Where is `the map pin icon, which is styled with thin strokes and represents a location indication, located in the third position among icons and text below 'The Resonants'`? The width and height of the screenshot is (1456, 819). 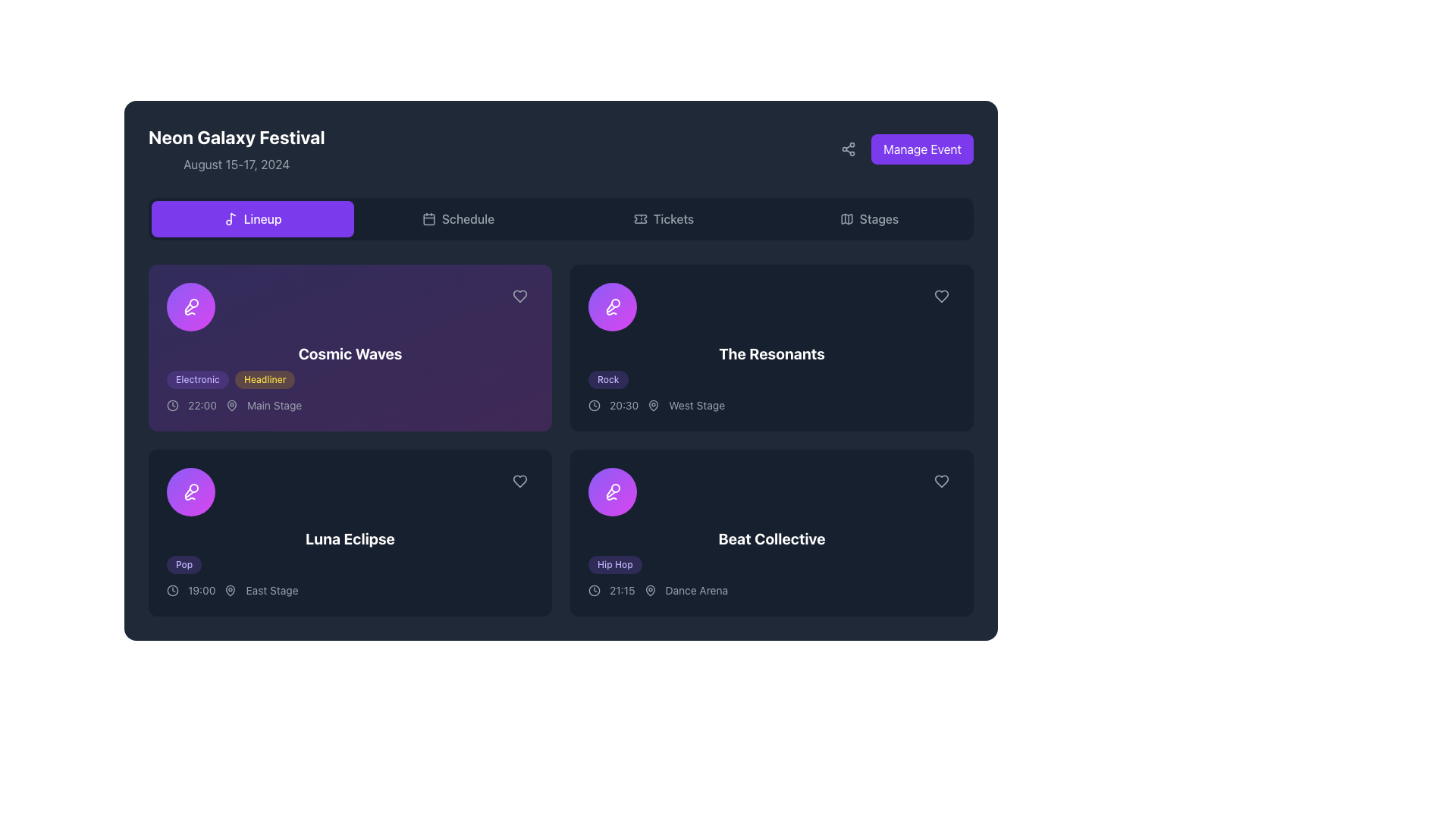
the map pin icon, which is styled with thin strokes and represents a location indication, located in the third position among icons and text below 'The Resonants' is located at coordinates (654, 405).